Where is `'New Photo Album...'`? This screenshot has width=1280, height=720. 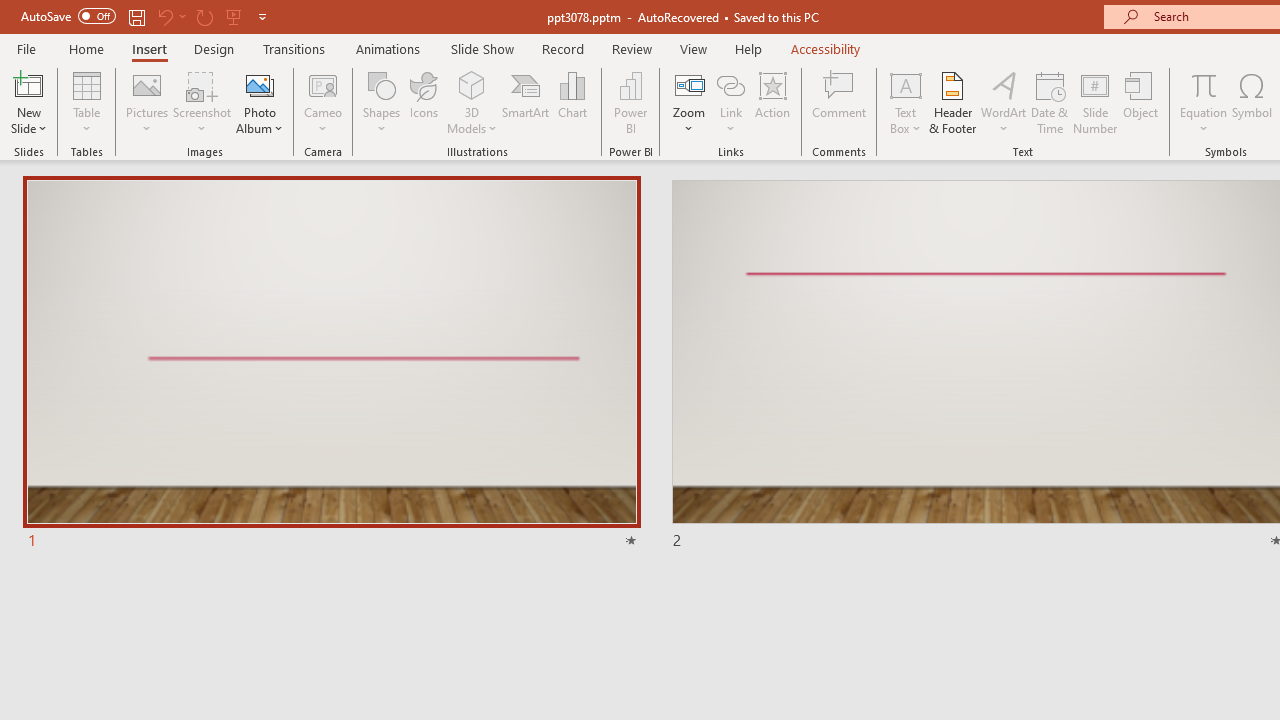 'New Photo Album...' is located at coordinates (258, 84).